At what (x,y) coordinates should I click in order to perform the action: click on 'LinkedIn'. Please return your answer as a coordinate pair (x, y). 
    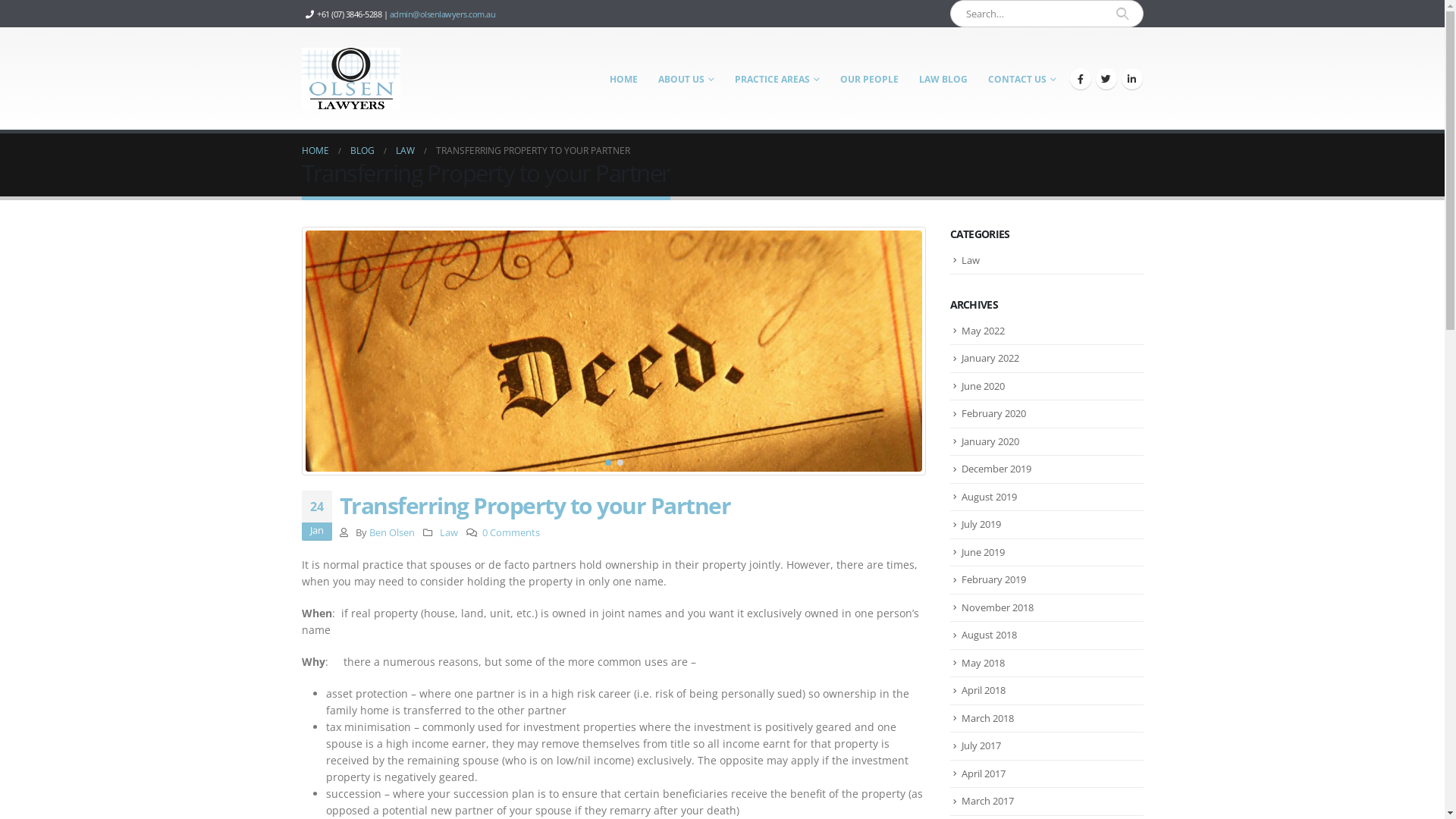
    Looking at the image, I should click on (1131, 79).